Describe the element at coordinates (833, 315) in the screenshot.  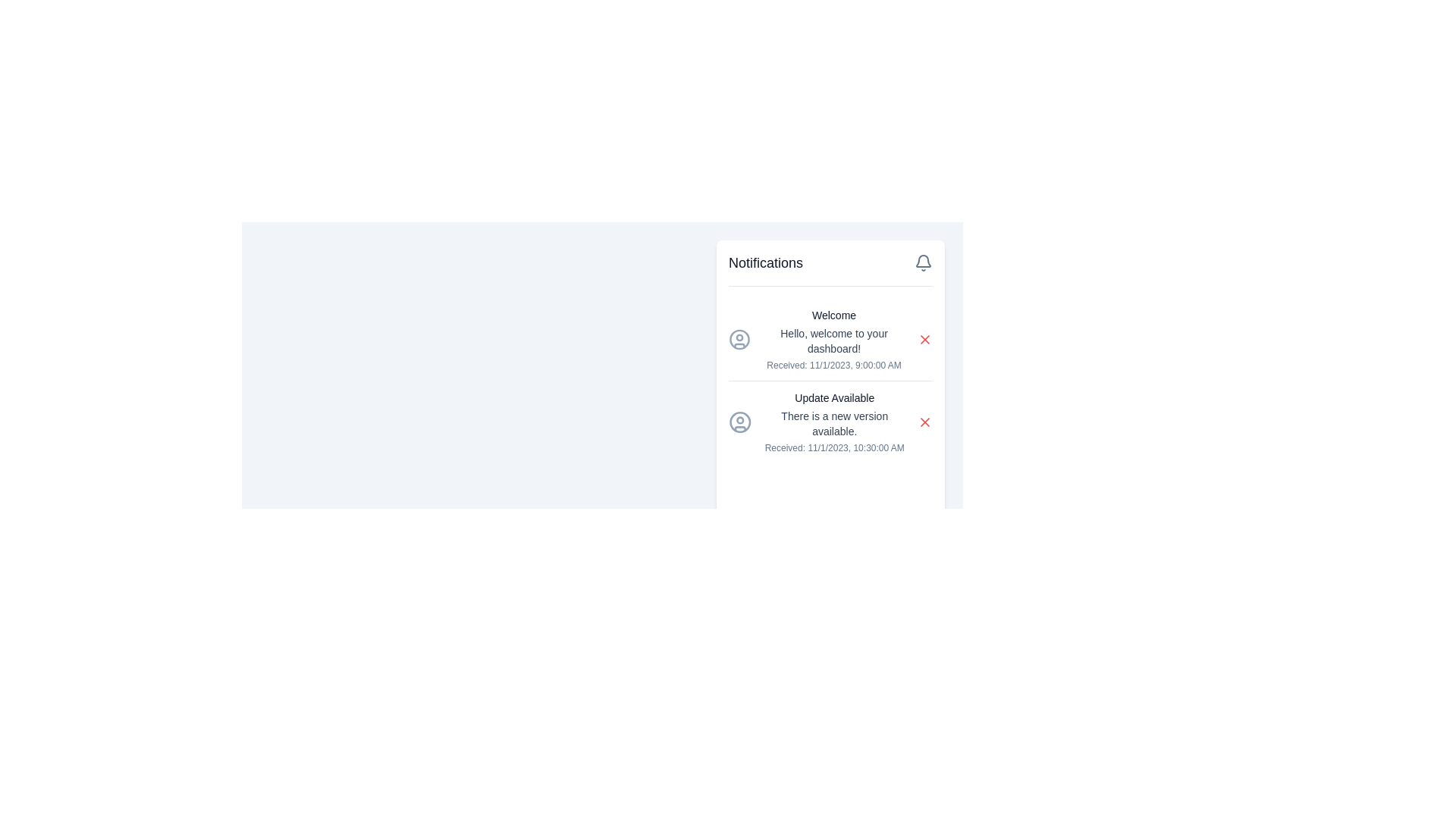
I see `title text located at the top-center of the notification card, which serves as a brief subject or identifier for the message below` at that location.